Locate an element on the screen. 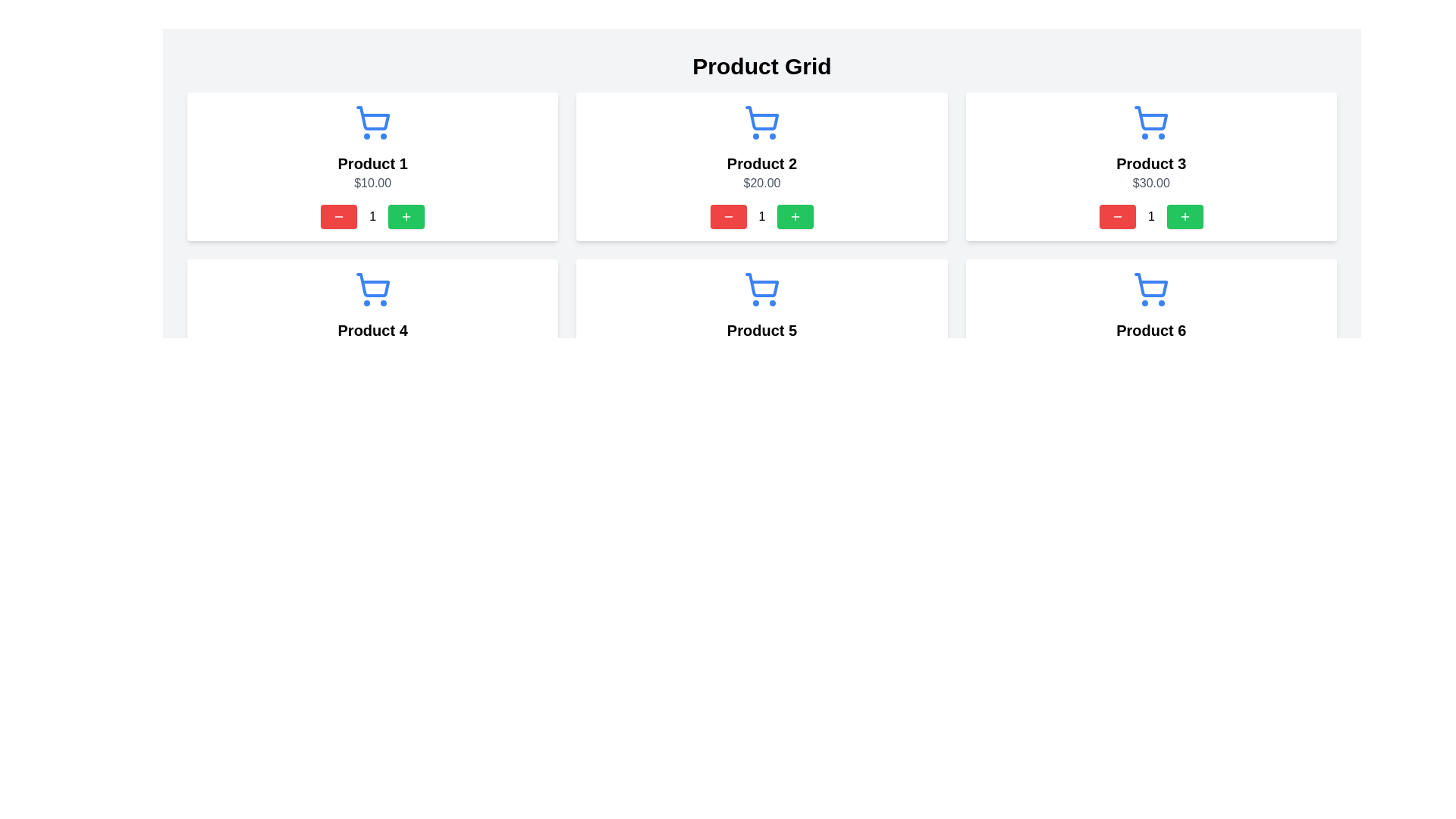  the non-interactive text label that displays the current quantity of the associated product for 'Product 2', located in the second column of the top row of the product grid is located at coordinates (761, 216).